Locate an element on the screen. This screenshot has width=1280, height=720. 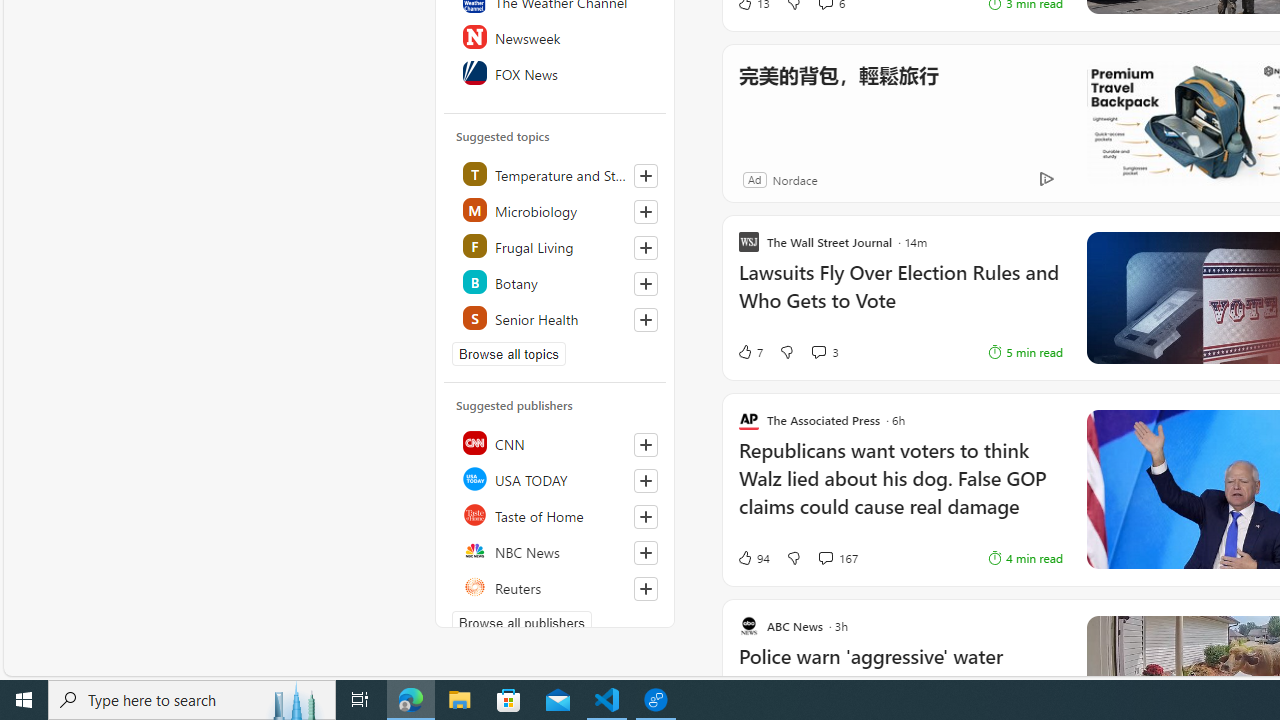
'Class: highlight' is located at coordinates (556, 316).